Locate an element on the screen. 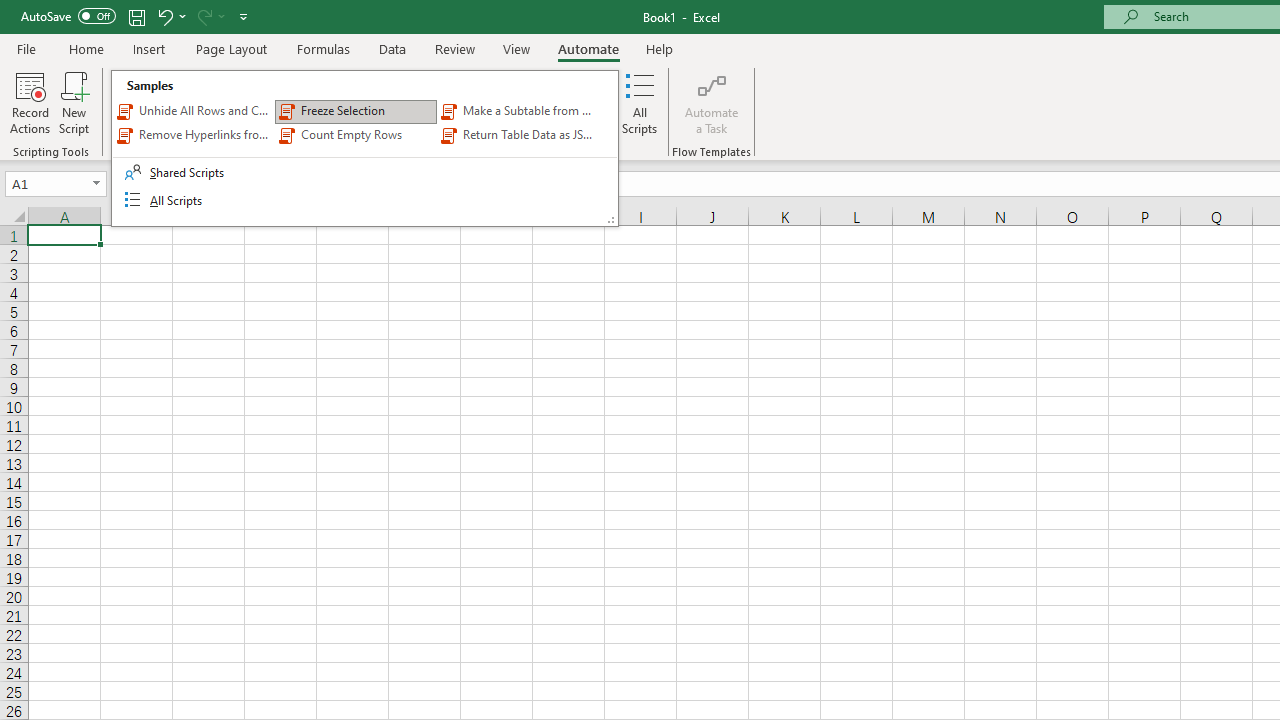 The height and width of the screenshot is (720, 1280). 'Automate a Task' is located at coordinates (712, 103).